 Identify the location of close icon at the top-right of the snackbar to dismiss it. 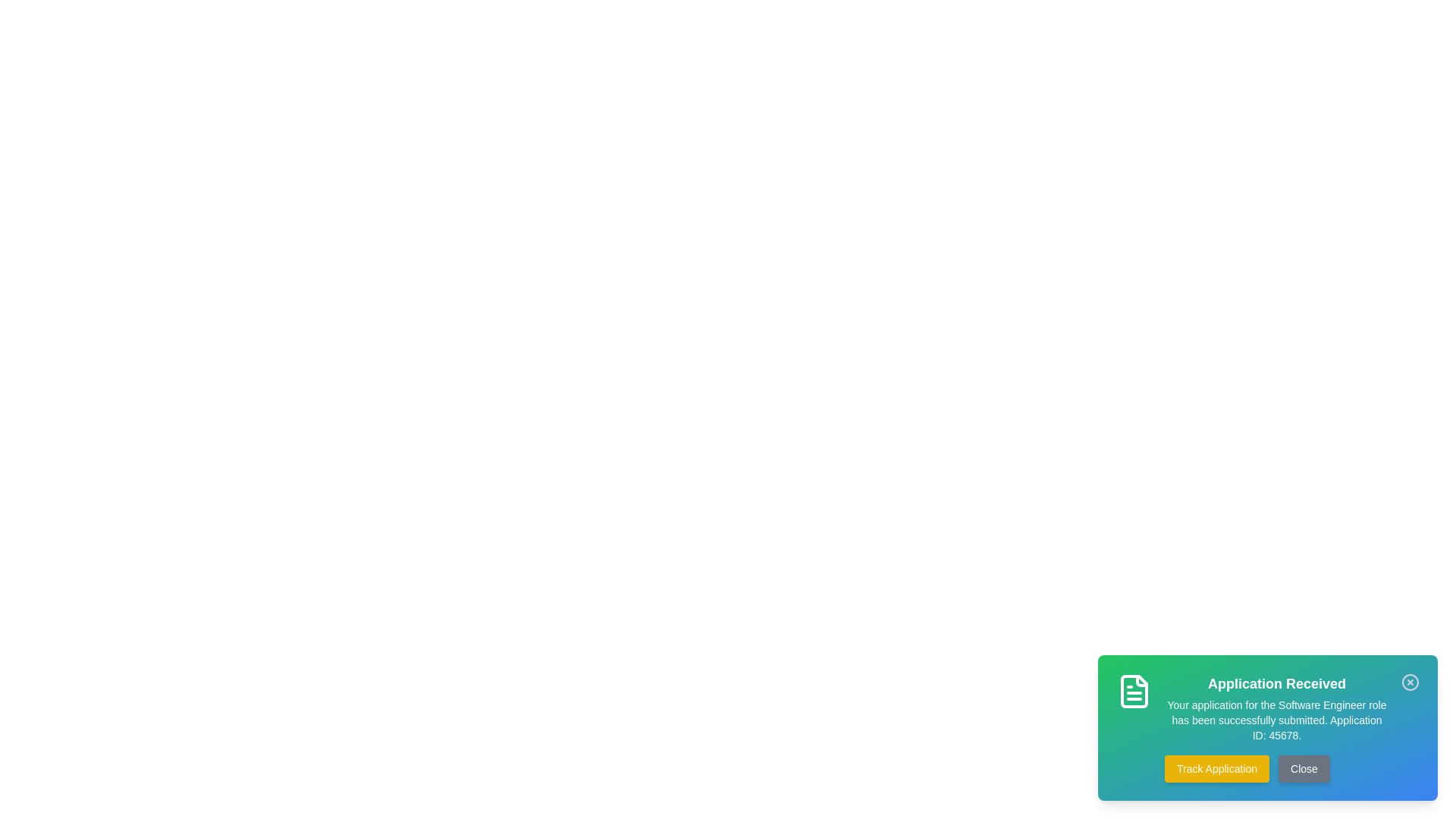
(1410, 681).